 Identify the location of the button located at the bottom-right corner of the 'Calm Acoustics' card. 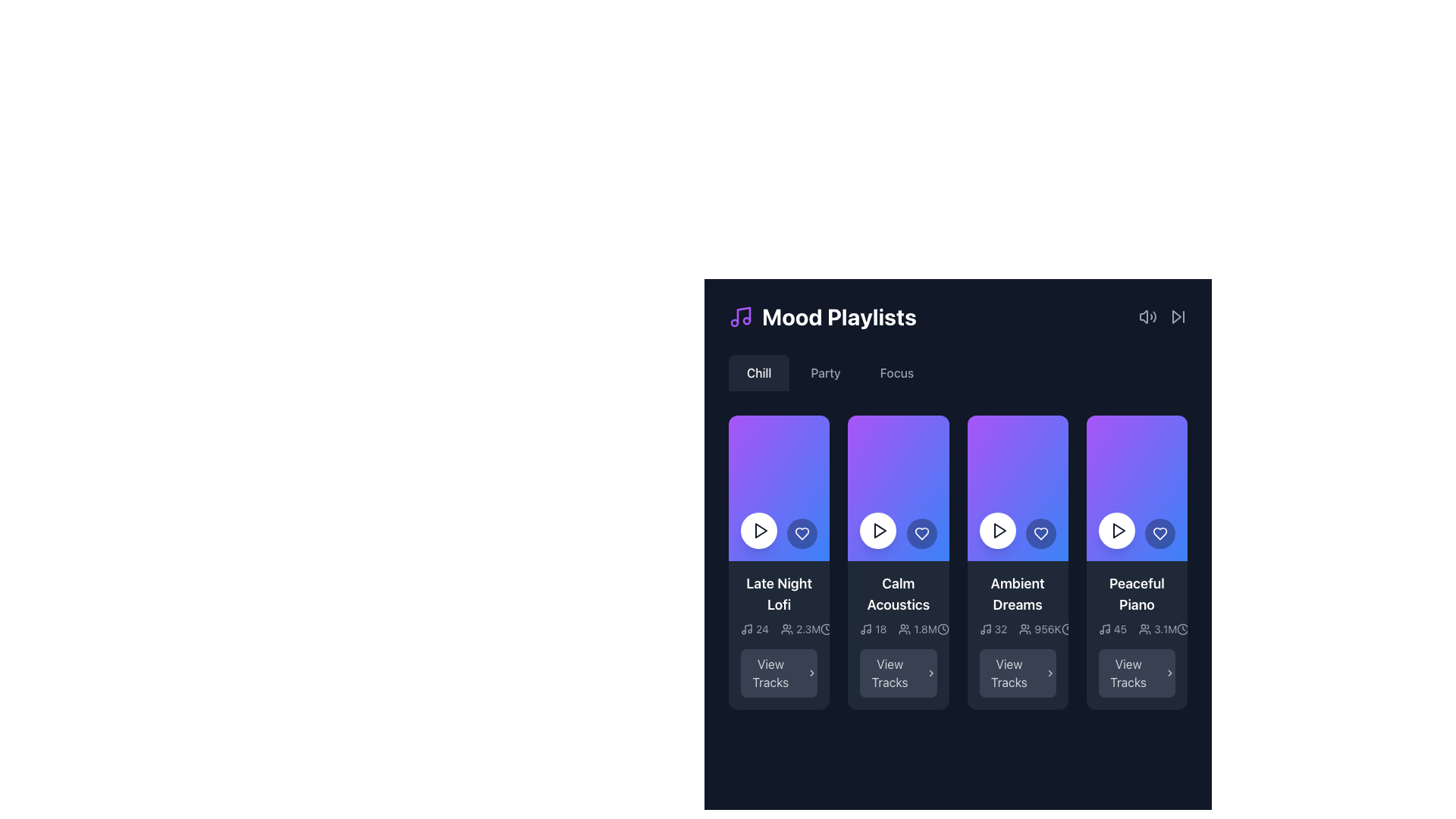
(898, 672).